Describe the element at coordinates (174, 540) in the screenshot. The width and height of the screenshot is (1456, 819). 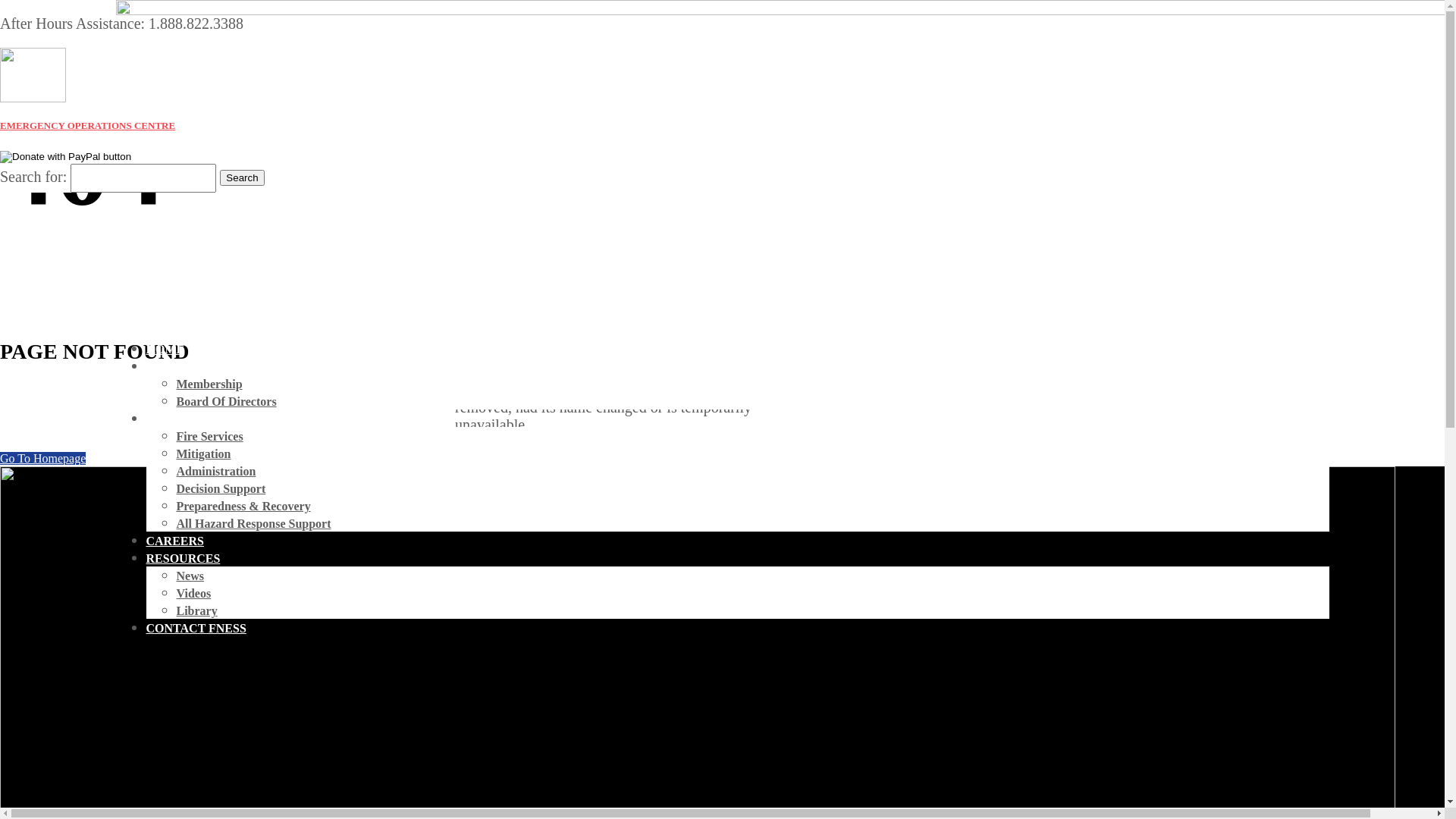
I see `'CAREERS'` at that location.